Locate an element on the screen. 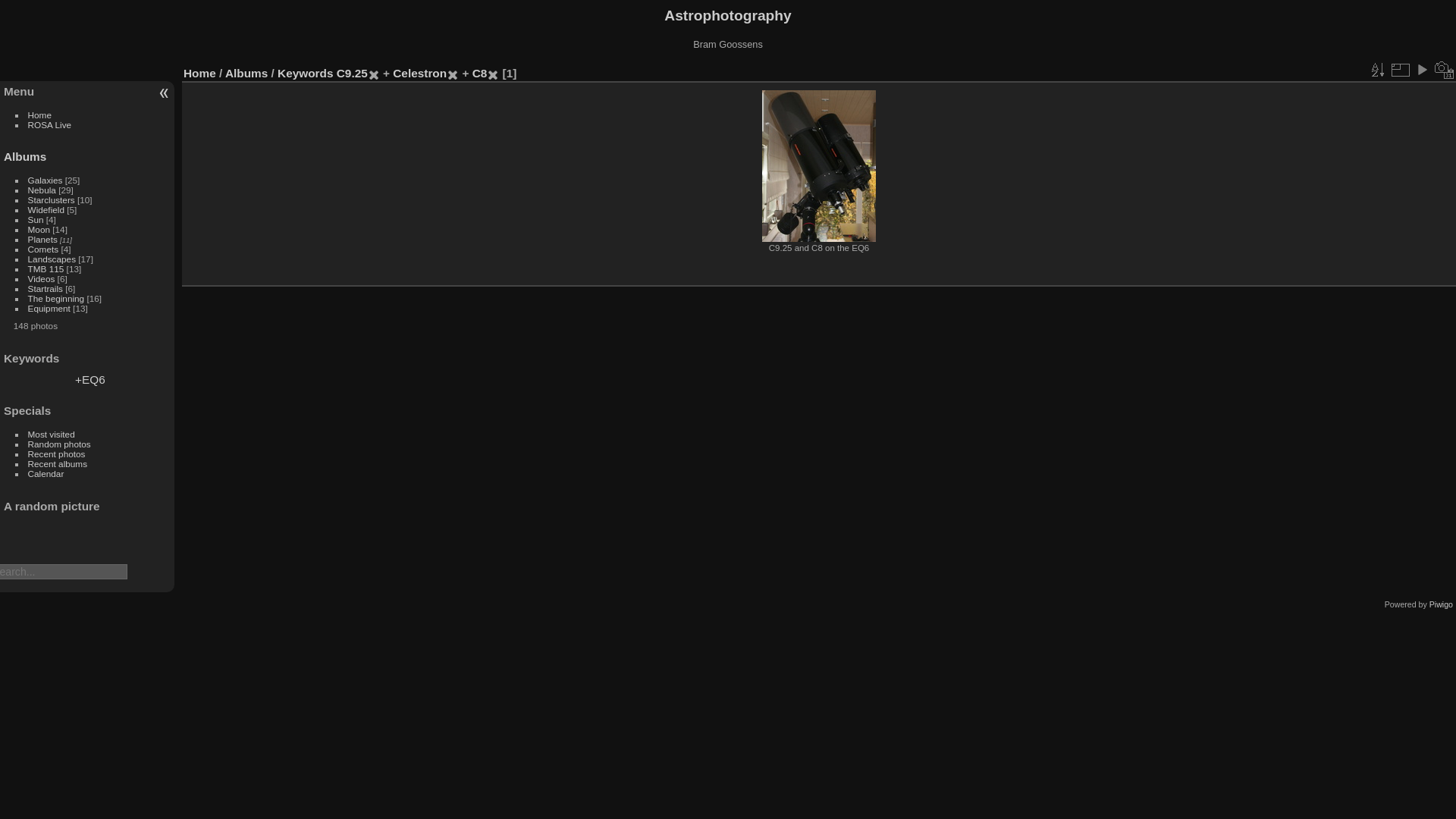  'C9.25 and C8 on the EQ6 (23066 visits)' is located at coordinates (818, 166).